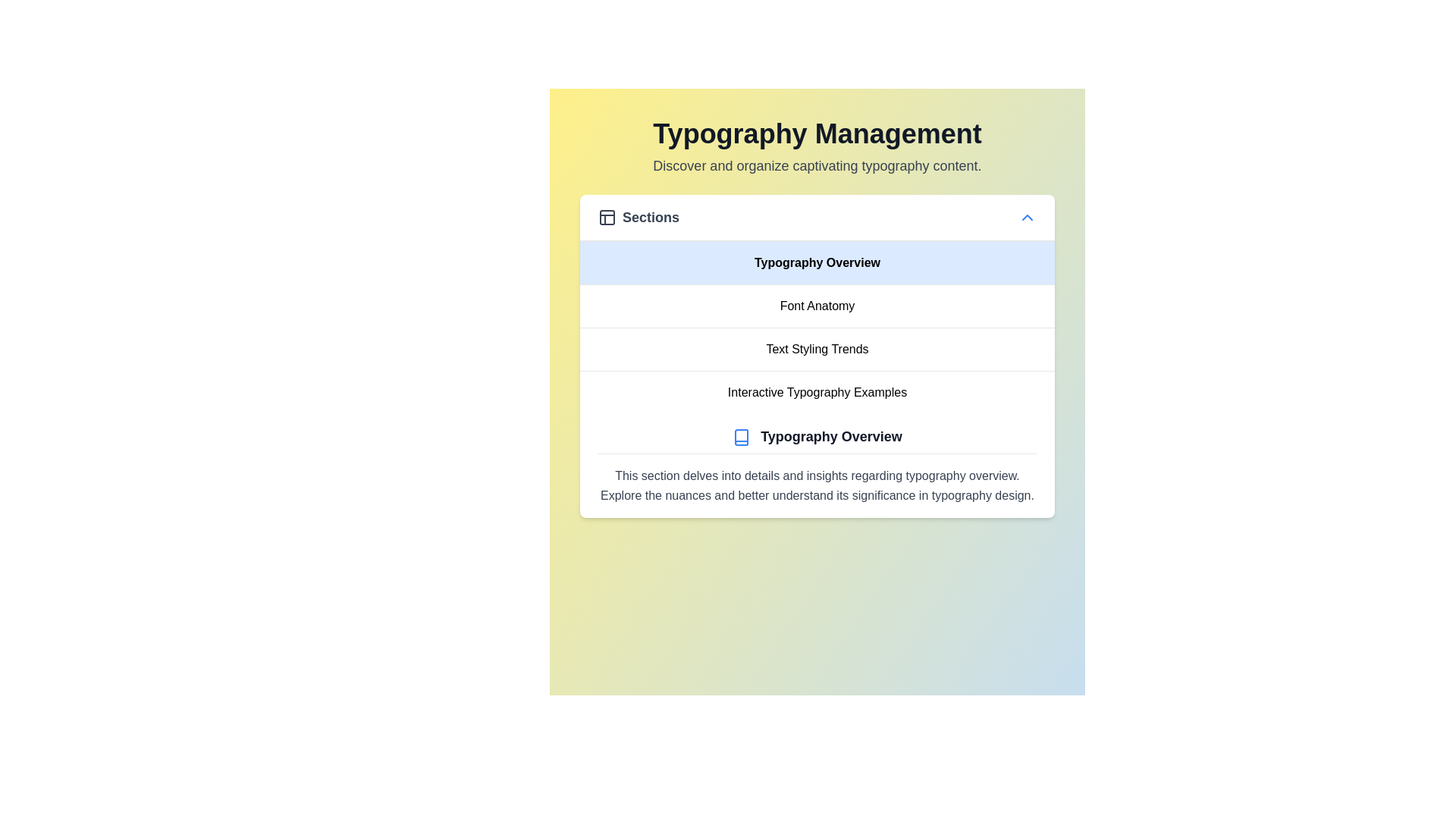 The image size is (1456, 819). I want to click on the 'Typography Overview' button with a light blue background and bold text, so click(817, 262).